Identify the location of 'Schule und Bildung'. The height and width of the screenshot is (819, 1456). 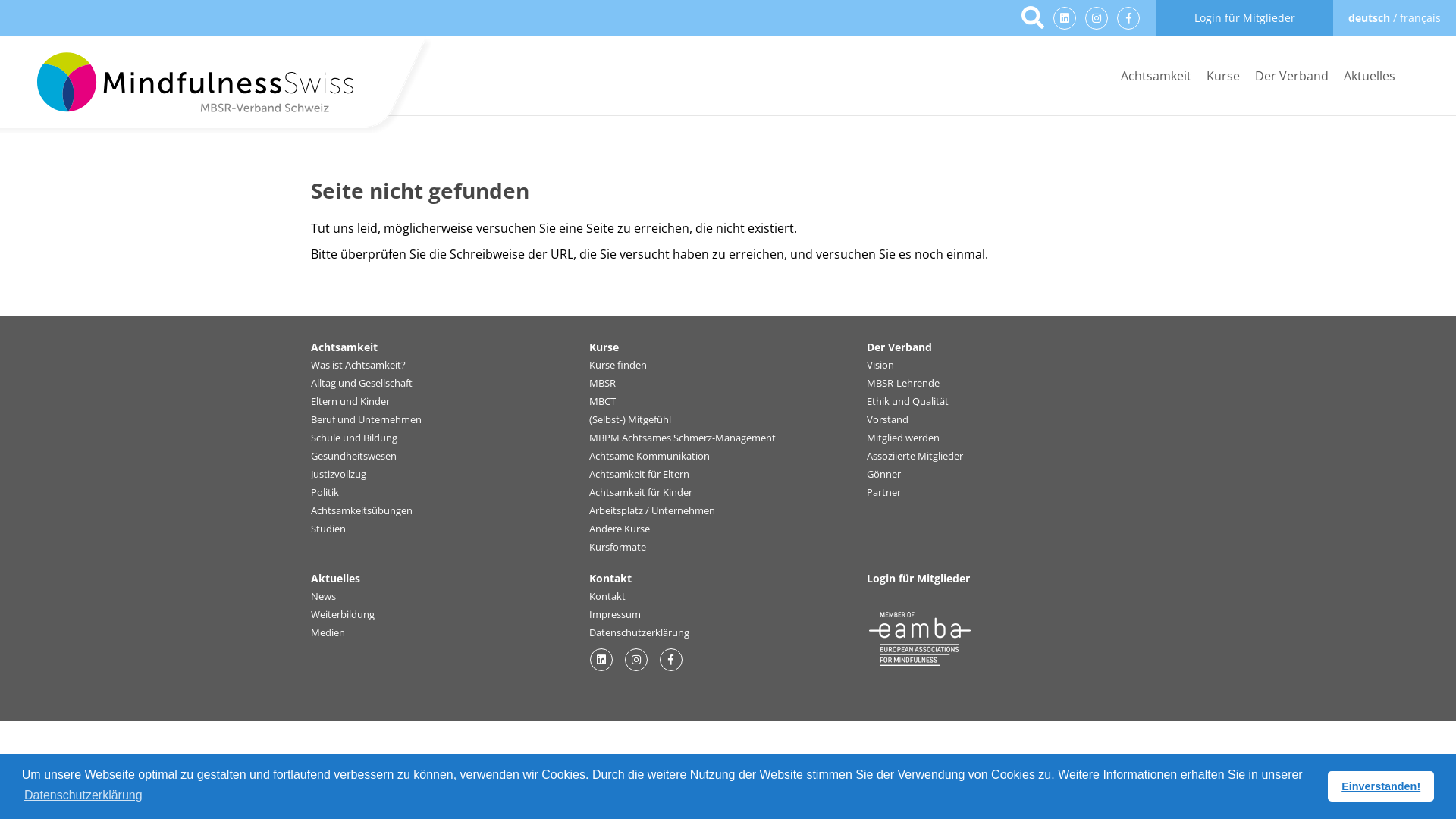
(309, 438).